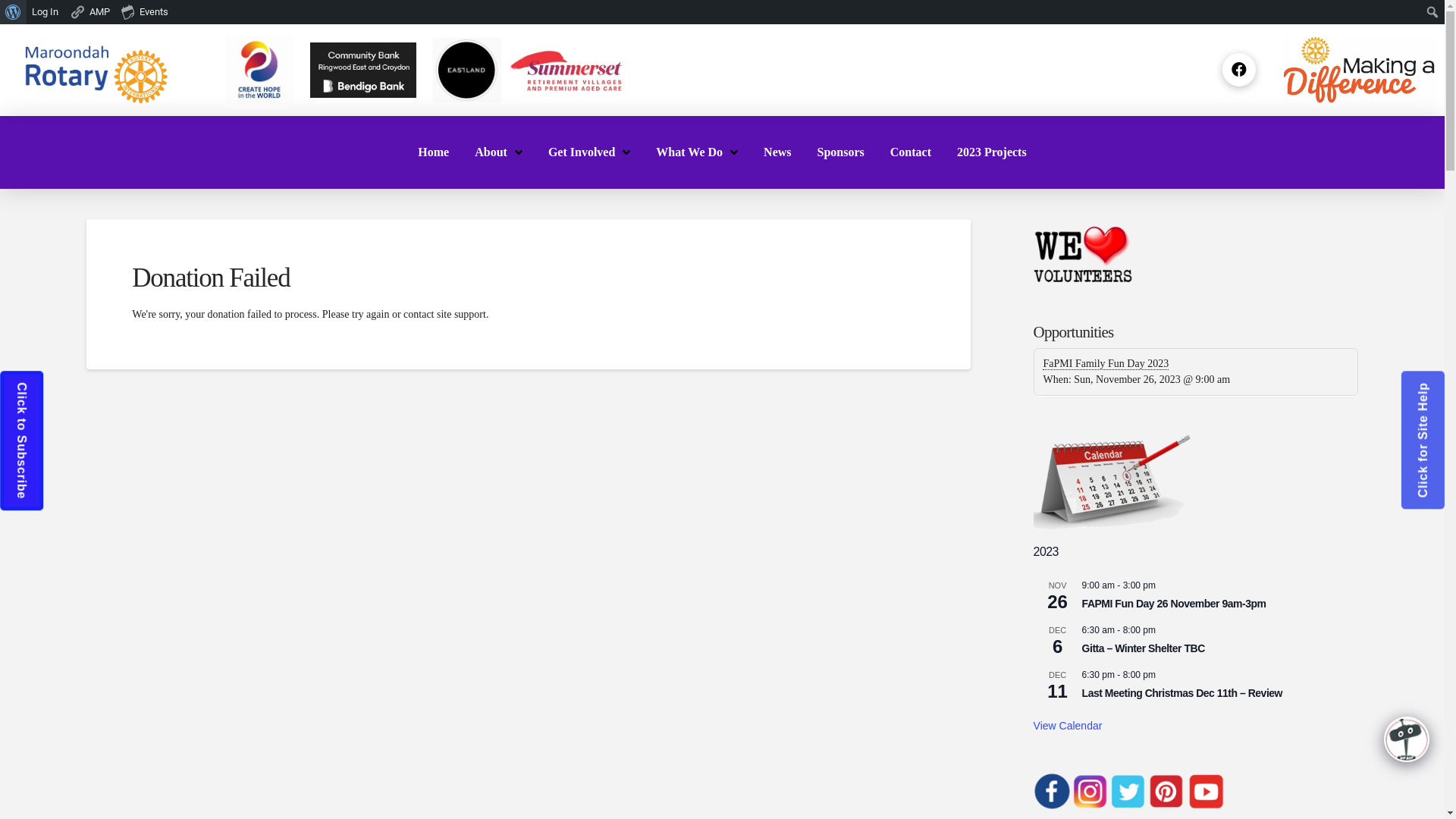 This screenshot has height=819, width=1456. What do you see at coordinates (839, 152) in the screenshot?
I see `'Sponsors'` at bounding box center [839, 152].